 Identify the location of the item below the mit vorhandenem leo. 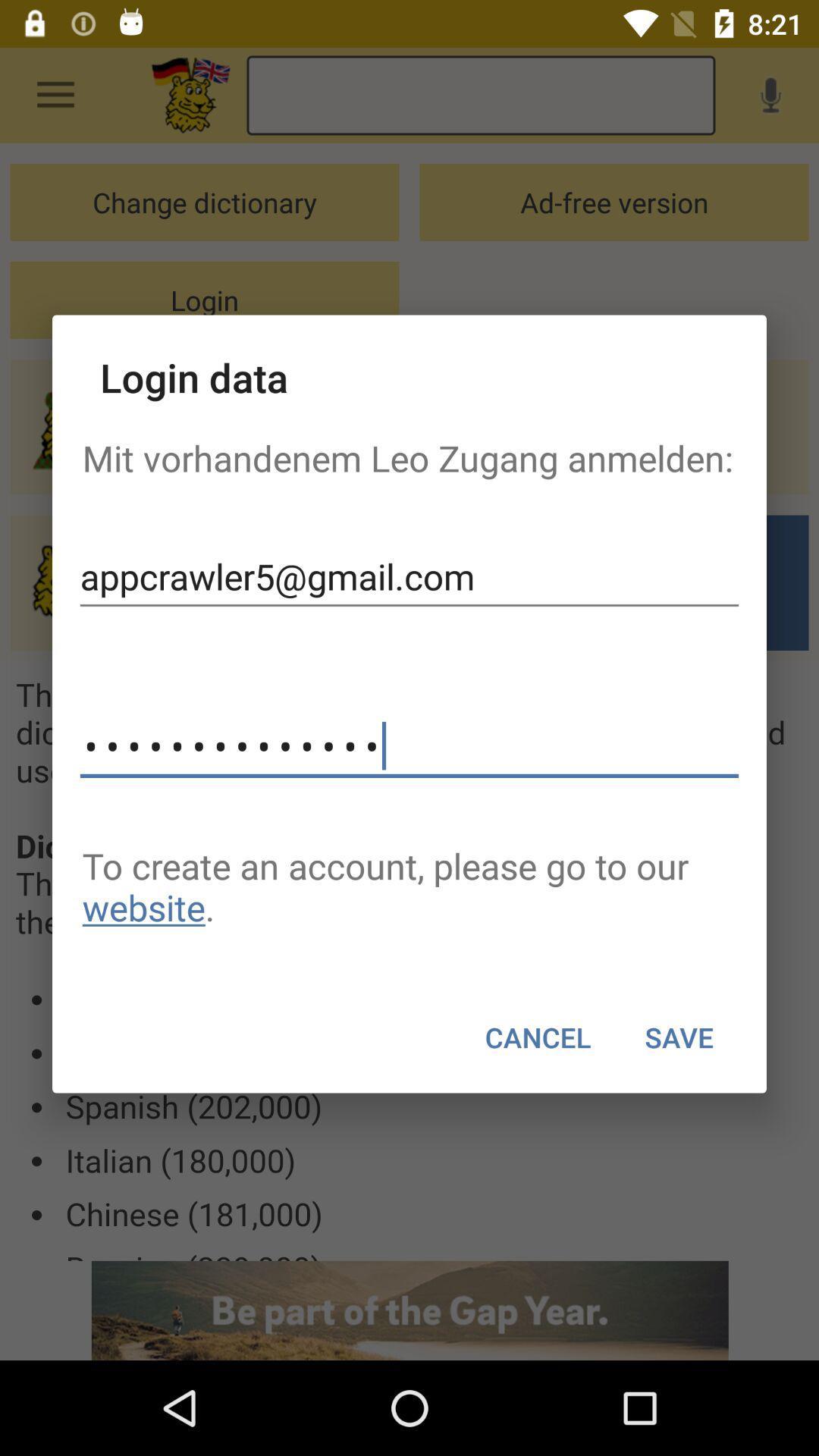
(409, 576).